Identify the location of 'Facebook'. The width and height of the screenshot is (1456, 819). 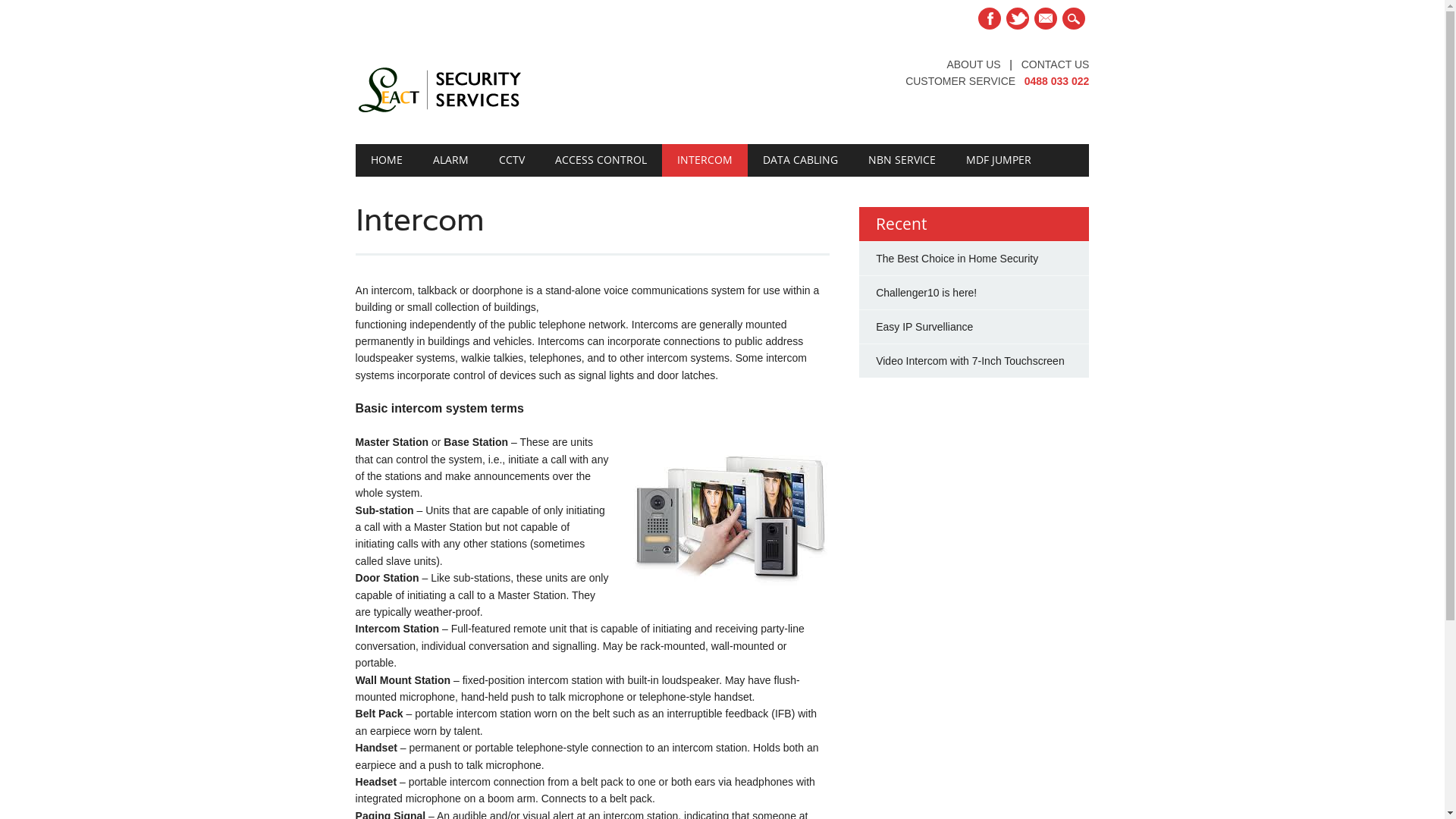
(990, 18).